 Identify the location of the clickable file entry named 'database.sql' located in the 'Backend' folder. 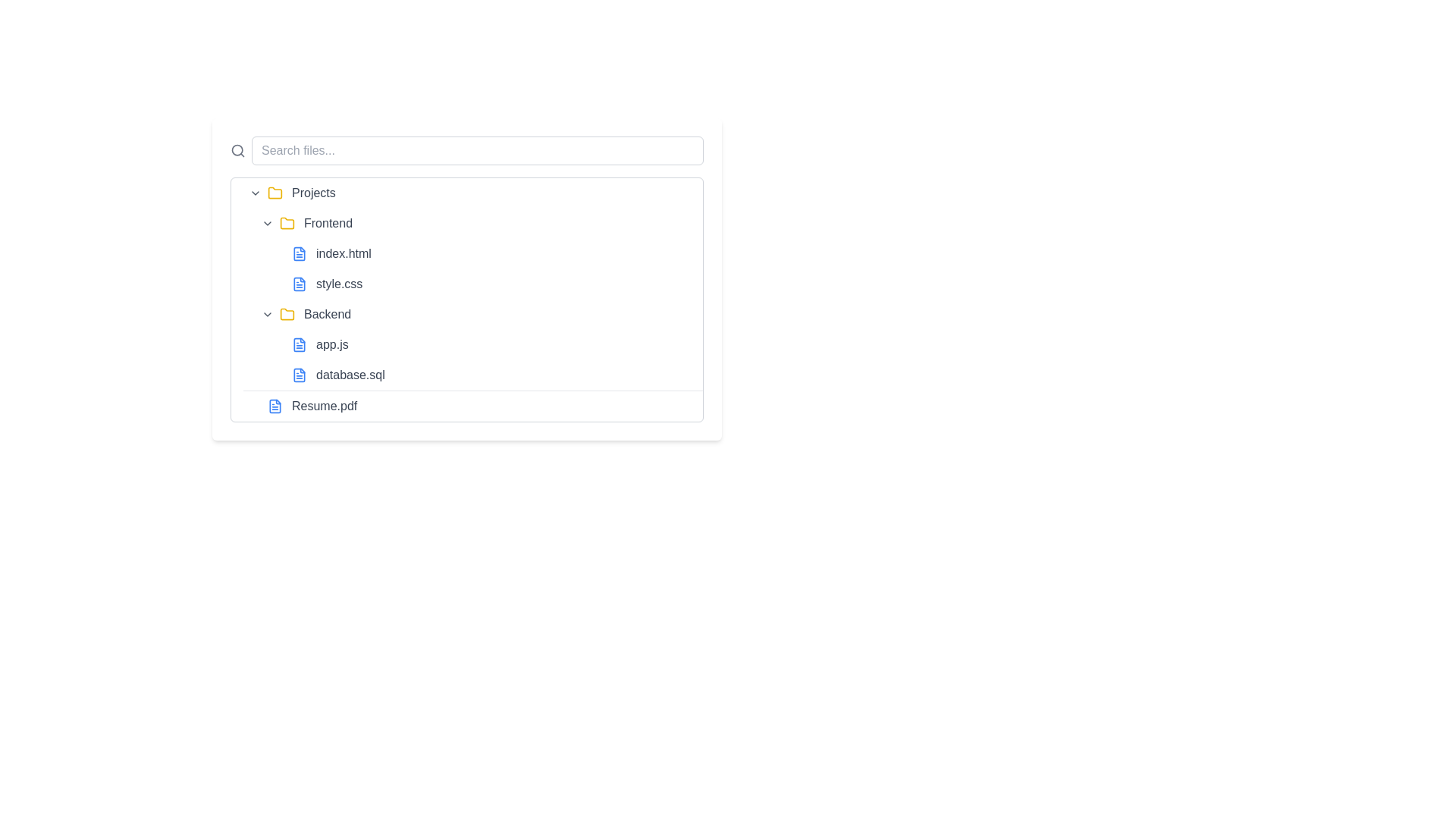
(484, 375).